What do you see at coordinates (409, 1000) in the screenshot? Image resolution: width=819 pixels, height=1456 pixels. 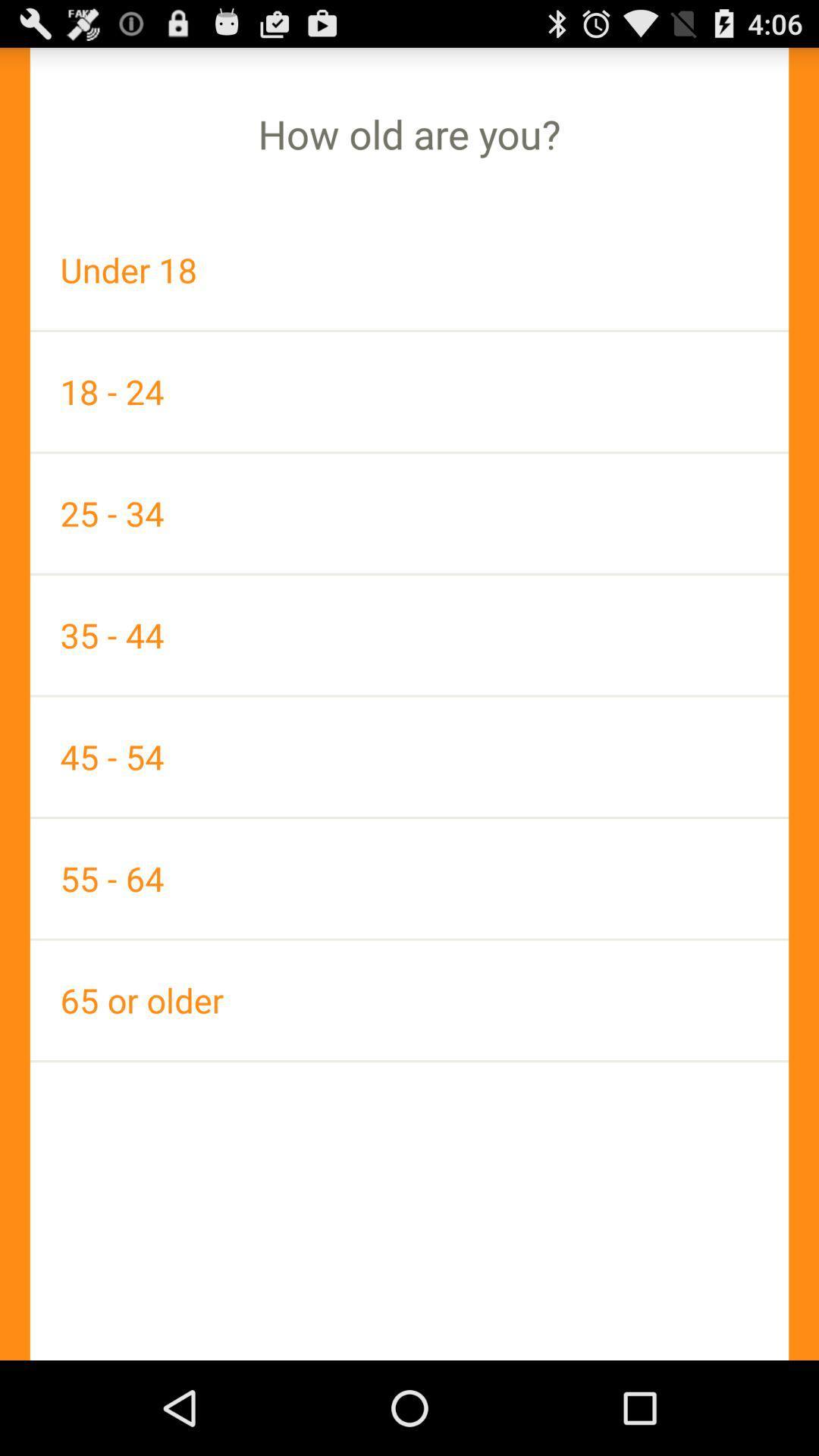 I see `65 or older icon` at bounding box center [409, 1000].